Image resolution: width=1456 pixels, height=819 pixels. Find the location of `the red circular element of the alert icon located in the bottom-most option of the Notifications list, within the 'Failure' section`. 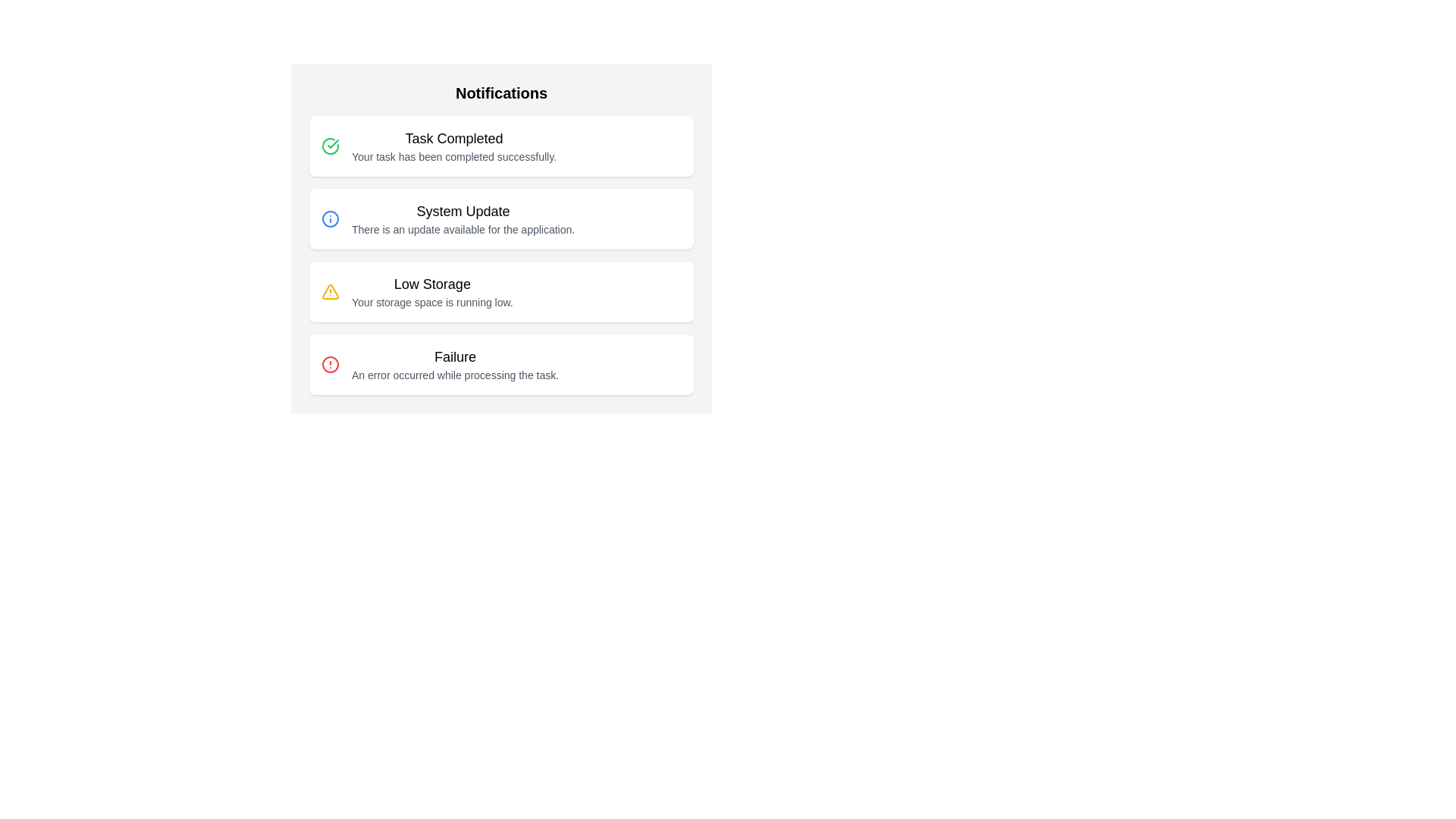

the red circular element of the alert icon located in the bottom-most option of the Notifications list, within the 'Failure' section is located at coordinates (330, 365).